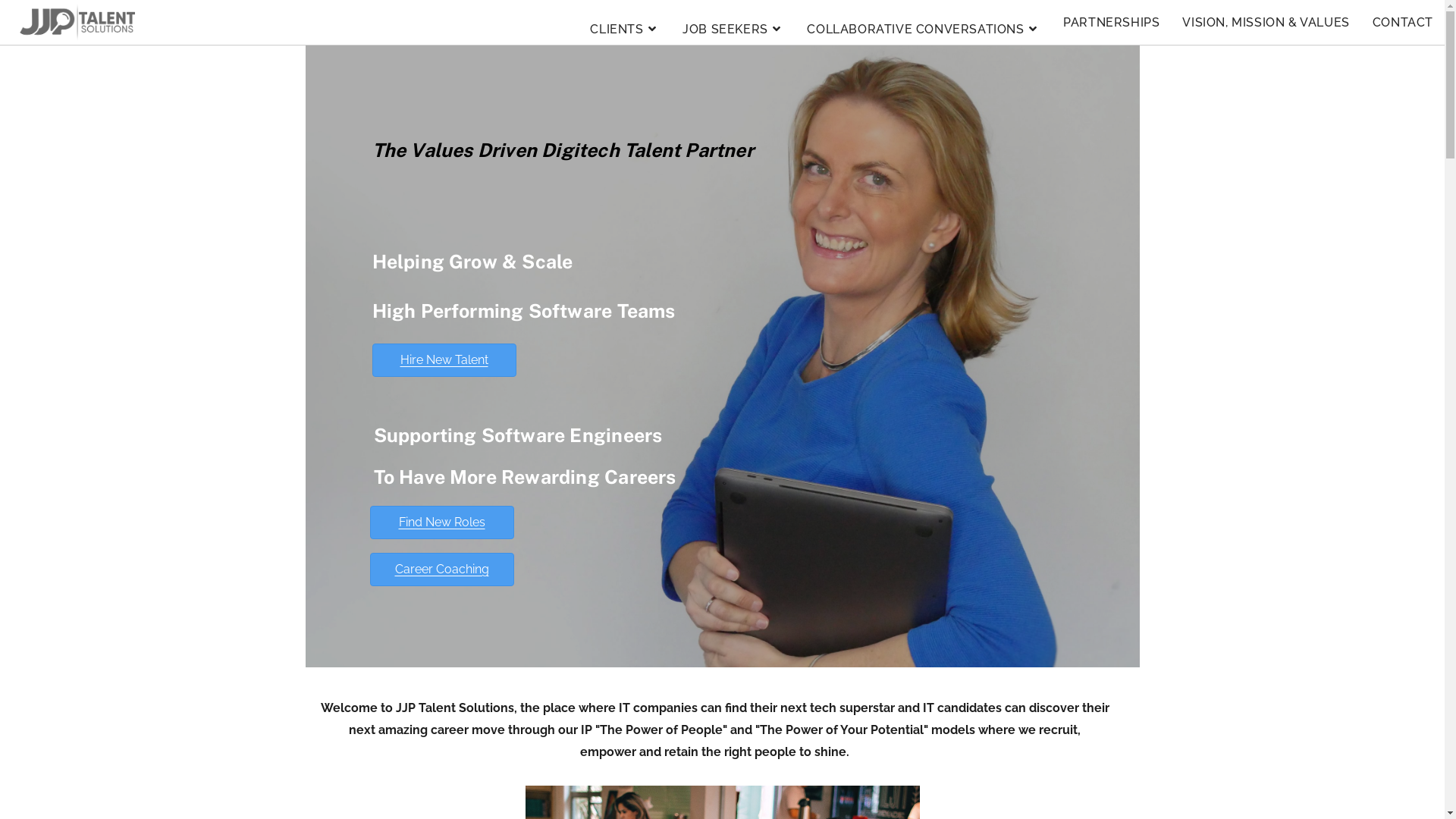  Describe the element at coordinates (441, 522) in the screenshot. I see `'Find New Roles'` at that location.